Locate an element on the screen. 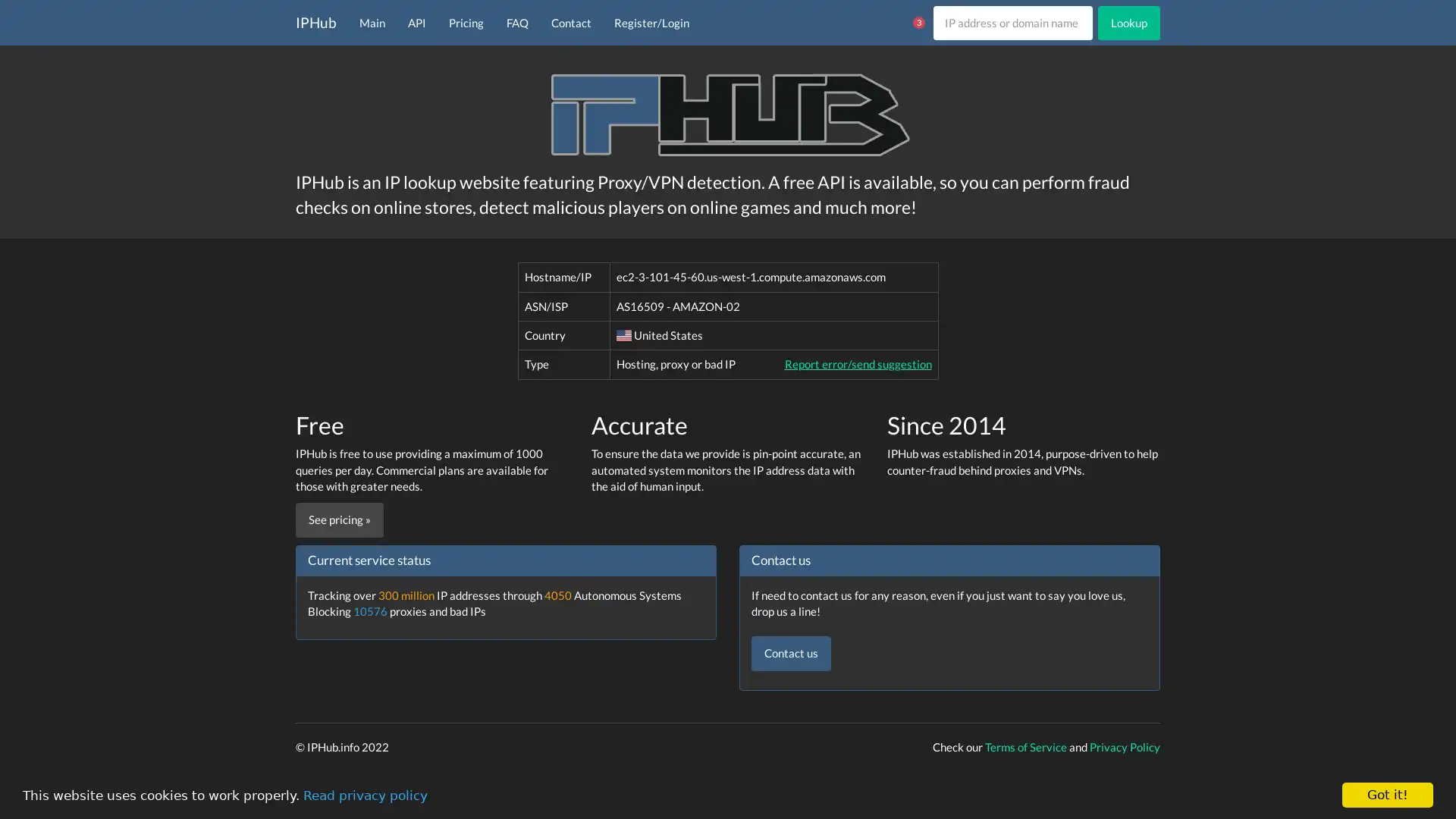 The height and width of the screenshot is (819, 1456). See pricing is located at coordinates (338, 519).